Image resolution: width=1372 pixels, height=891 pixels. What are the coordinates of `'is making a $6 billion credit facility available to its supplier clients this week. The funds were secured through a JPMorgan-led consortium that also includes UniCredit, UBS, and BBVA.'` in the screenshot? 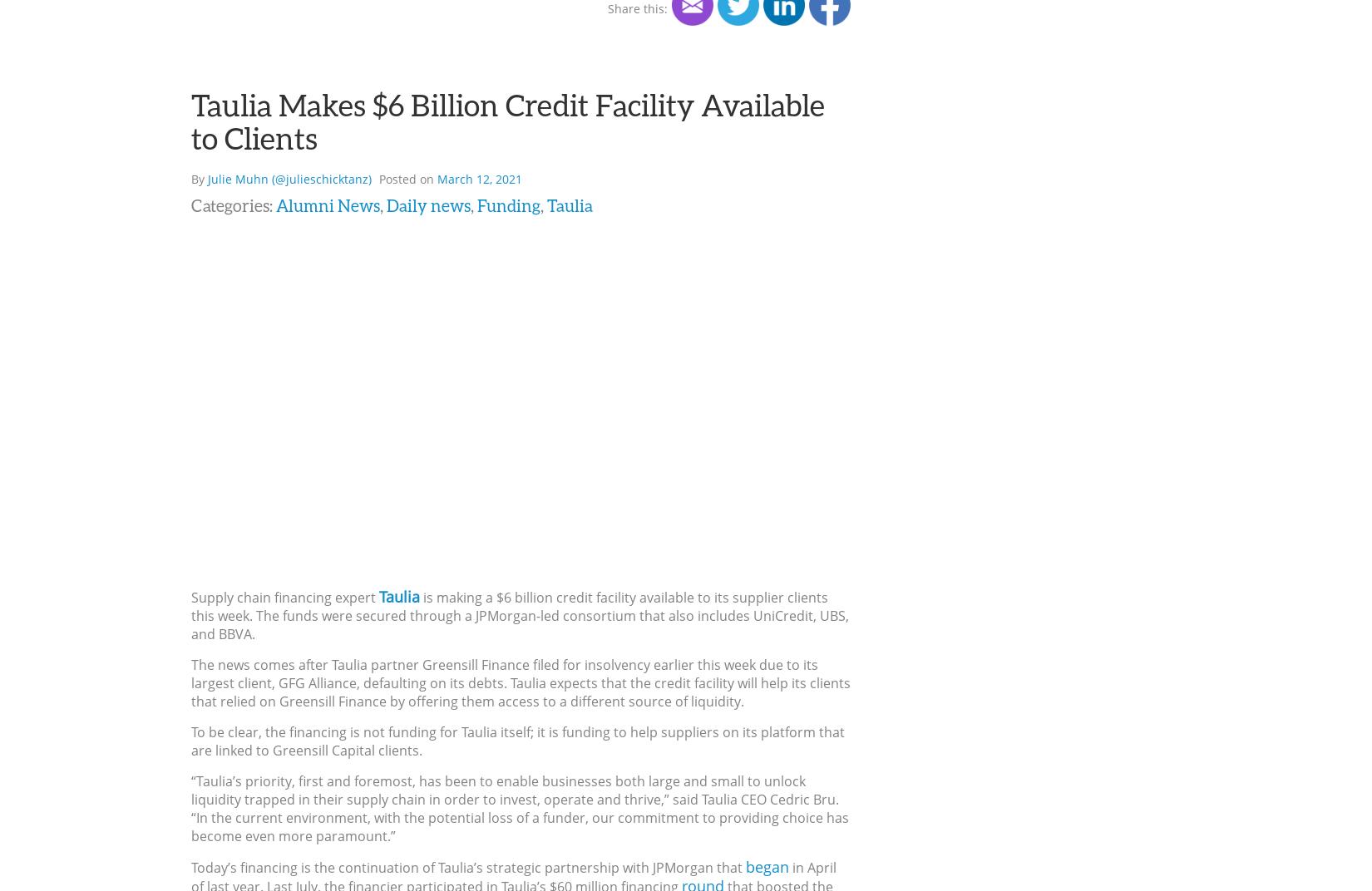 It's located at (519, 615).